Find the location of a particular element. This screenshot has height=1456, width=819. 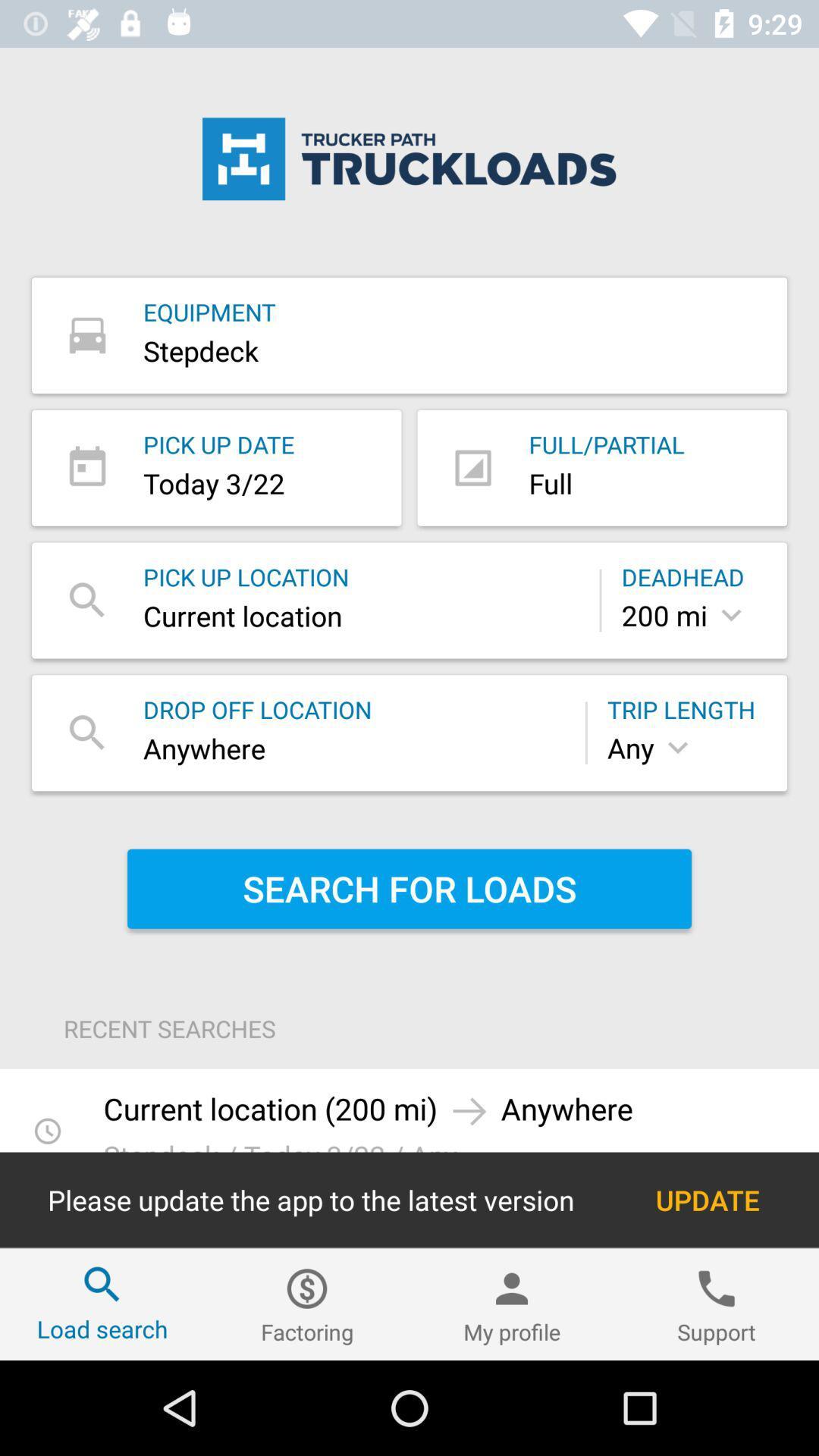

the icon next to the factoring is located at coordinates (102, 1304).